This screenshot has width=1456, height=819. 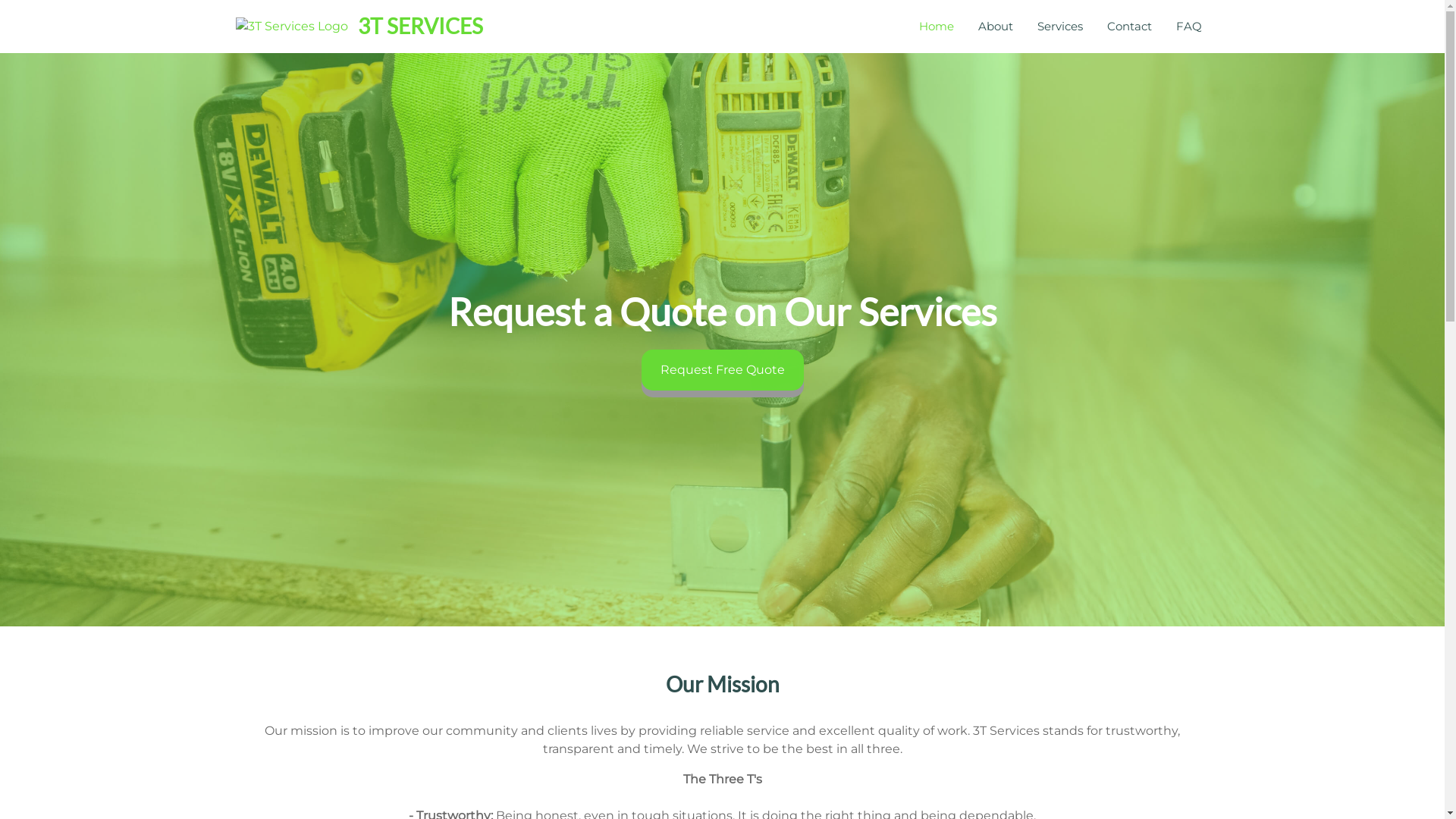 I want to click on 'Contact', so click(x=1129, y=27).